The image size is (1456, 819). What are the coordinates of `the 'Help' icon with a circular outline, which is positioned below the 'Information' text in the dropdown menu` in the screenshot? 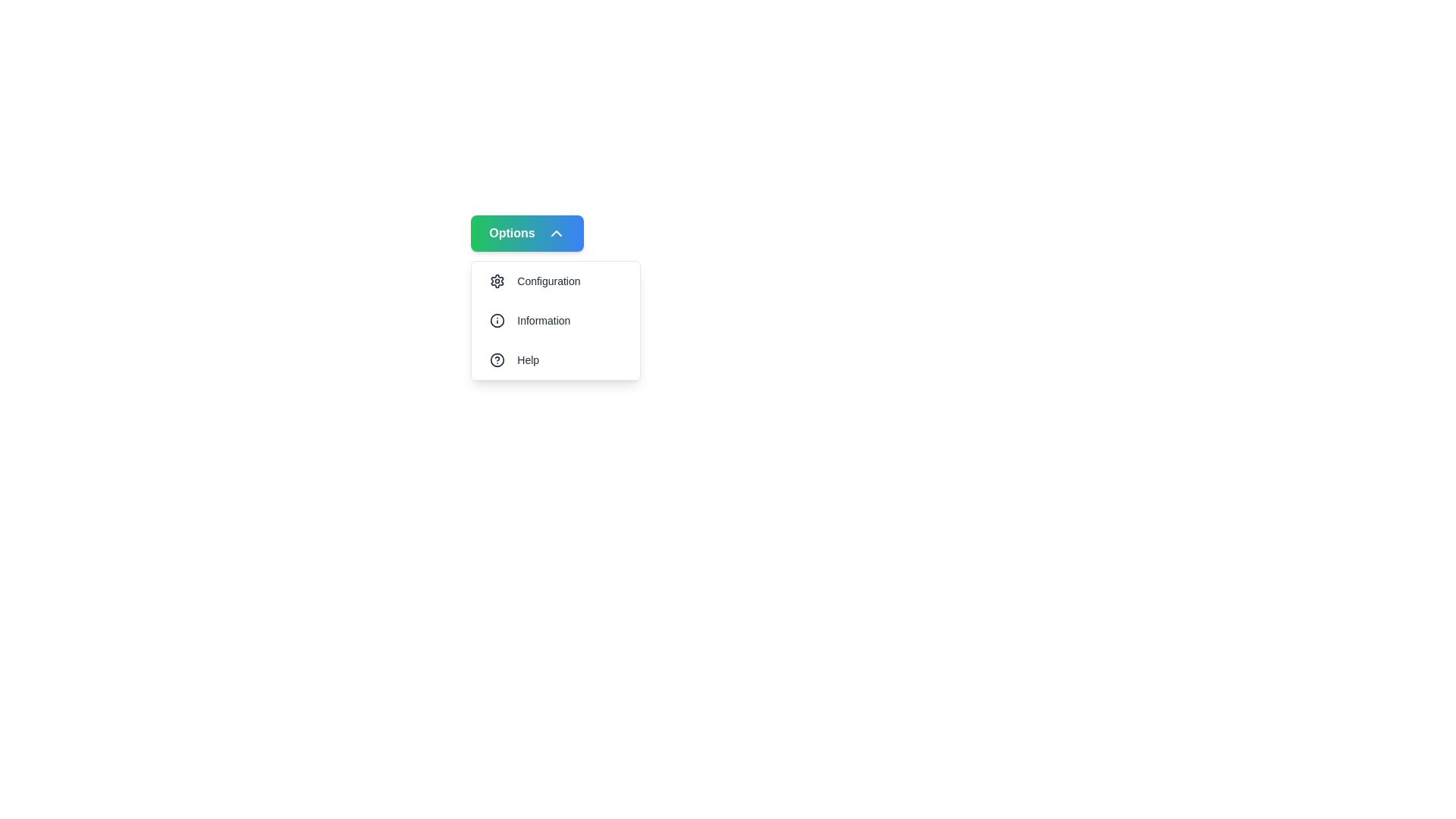 It's located at (497, 359).